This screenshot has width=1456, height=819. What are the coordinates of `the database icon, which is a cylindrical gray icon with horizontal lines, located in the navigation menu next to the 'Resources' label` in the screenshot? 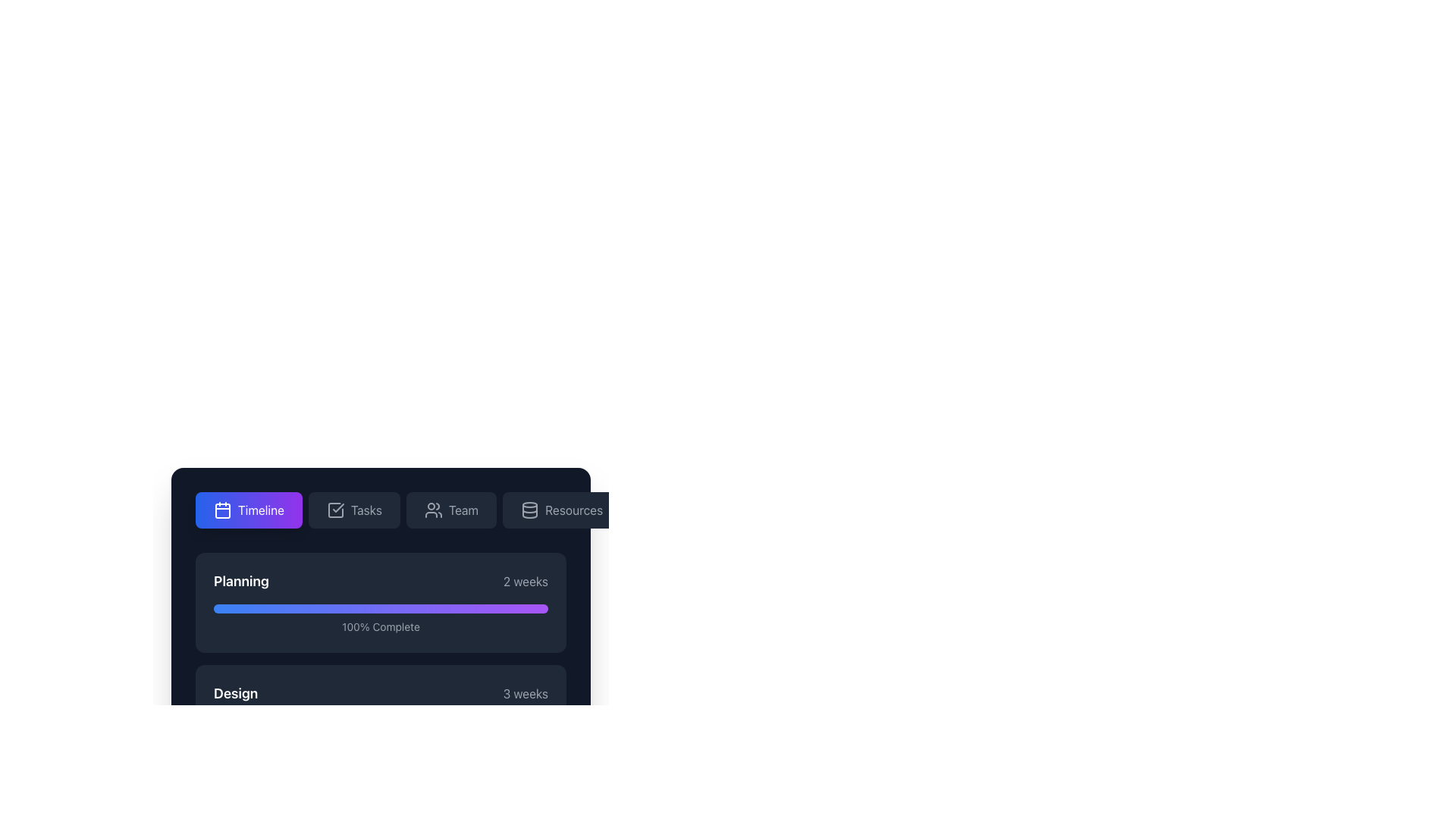 It's located at (530, 510).